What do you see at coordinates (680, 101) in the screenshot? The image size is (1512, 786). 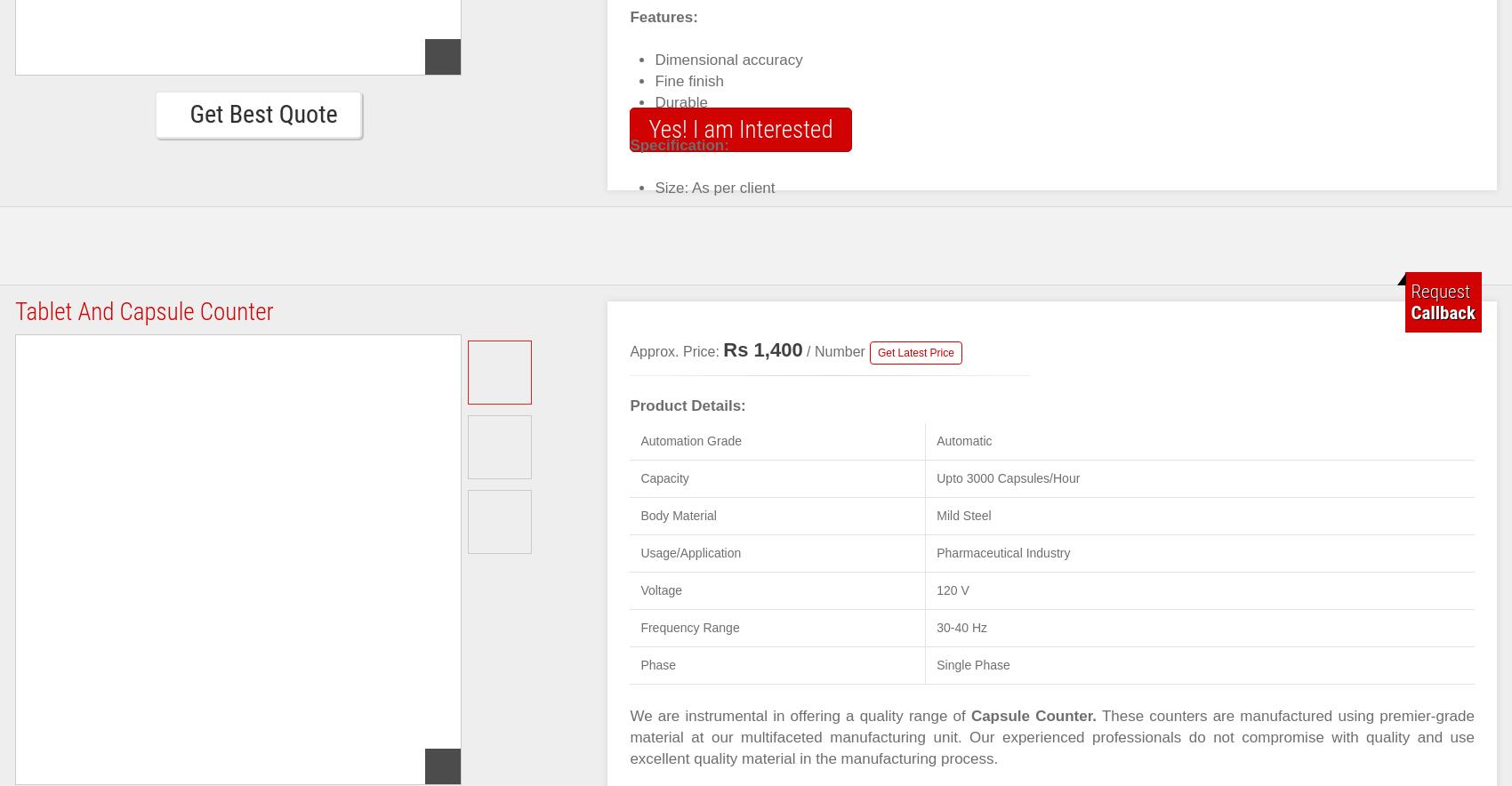 I see `'Durable'` at bounding box center [680, 101].